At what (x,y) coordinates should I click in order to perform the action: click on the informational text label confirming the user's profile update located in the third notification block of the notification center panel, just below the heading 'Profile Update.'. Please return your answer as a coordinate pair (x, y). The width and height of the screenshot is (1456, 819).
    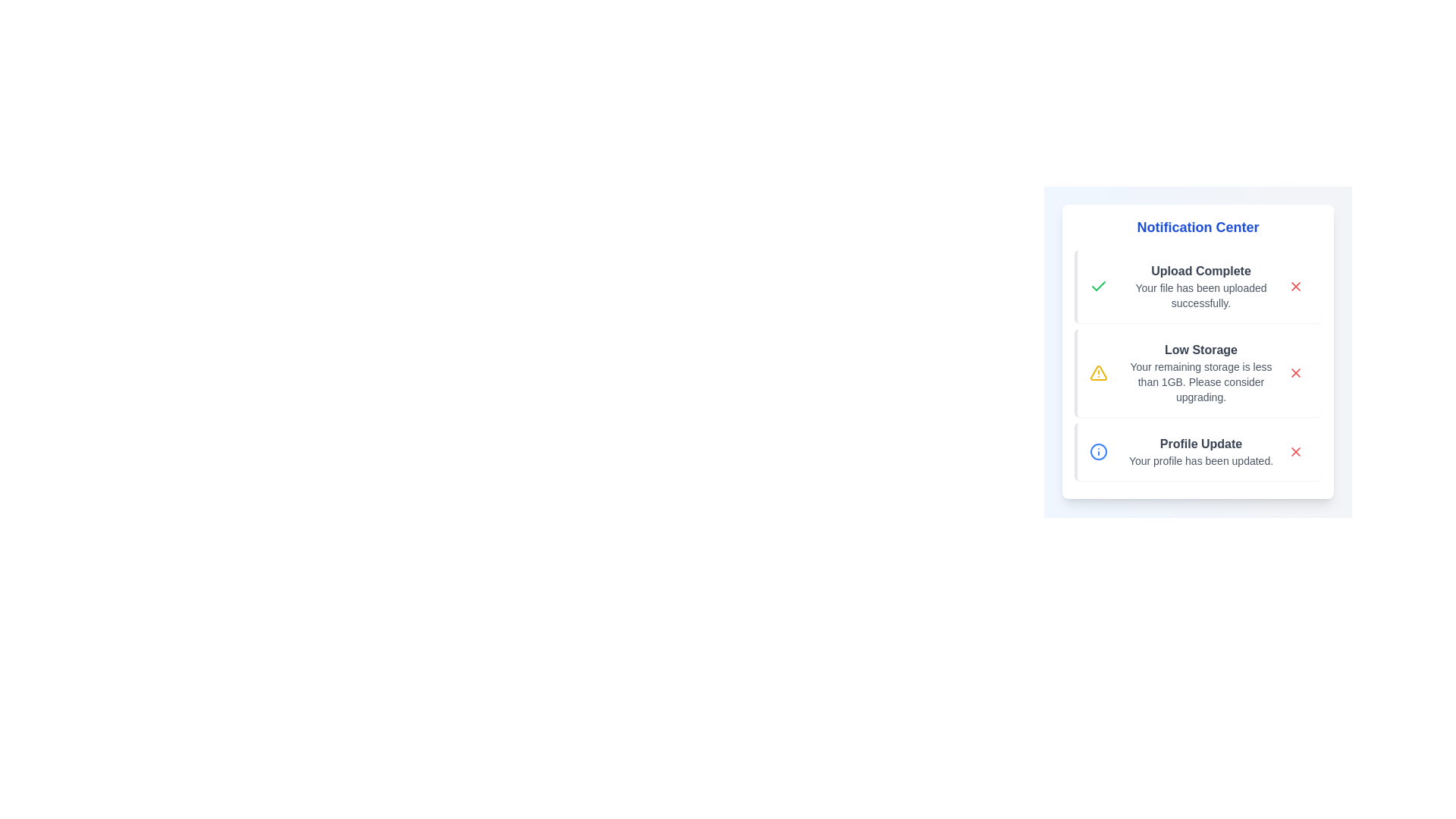
    Looking at the image, I should click on (1200, 460).